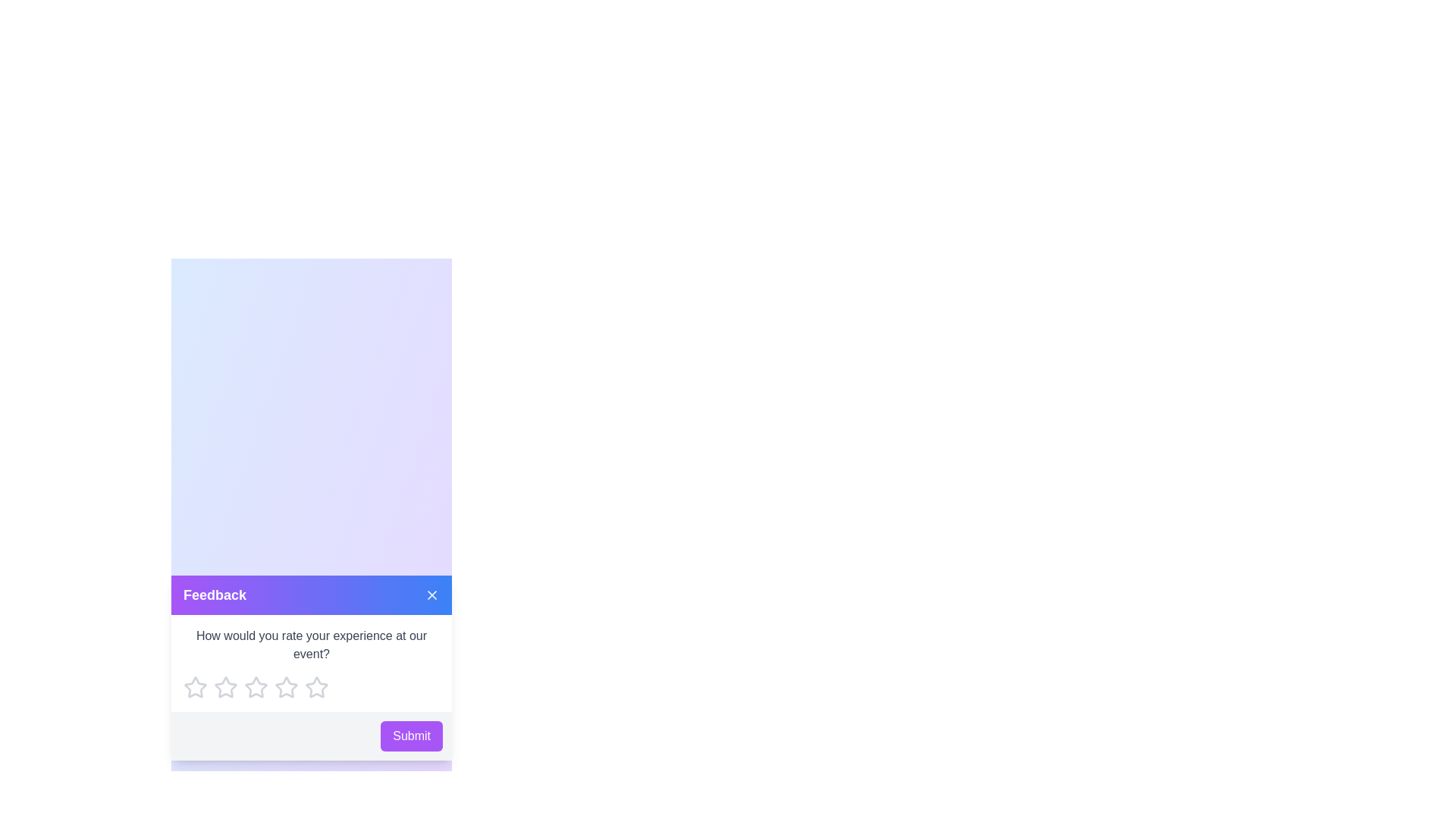 The image size is (1456, 819). I want to click on the leftmost star icon in the five-star rating system to provide a rating, so click(195, 687).